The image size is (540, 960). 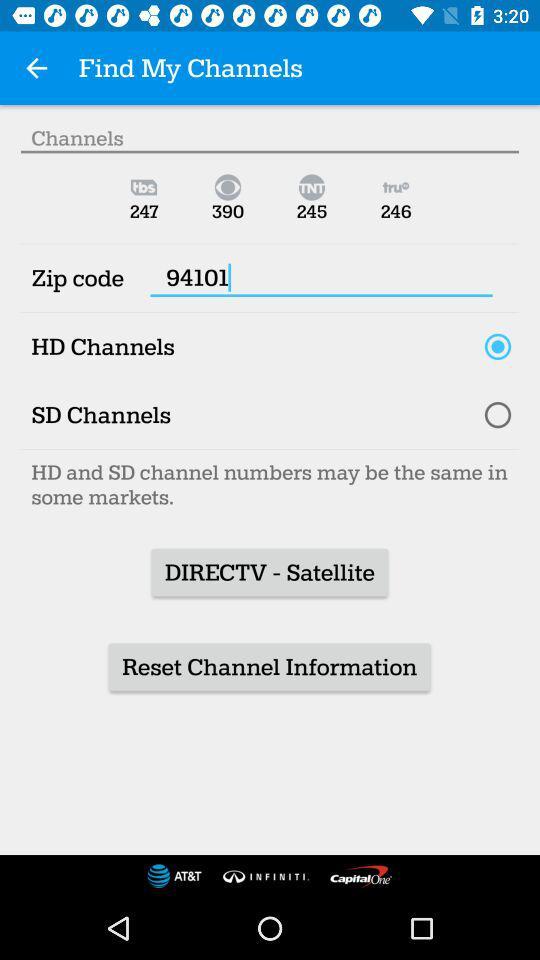 What do you see at coordinates (496, 346) in the screenshot?
I see `hd channel on` at bounding box center [496, 346].